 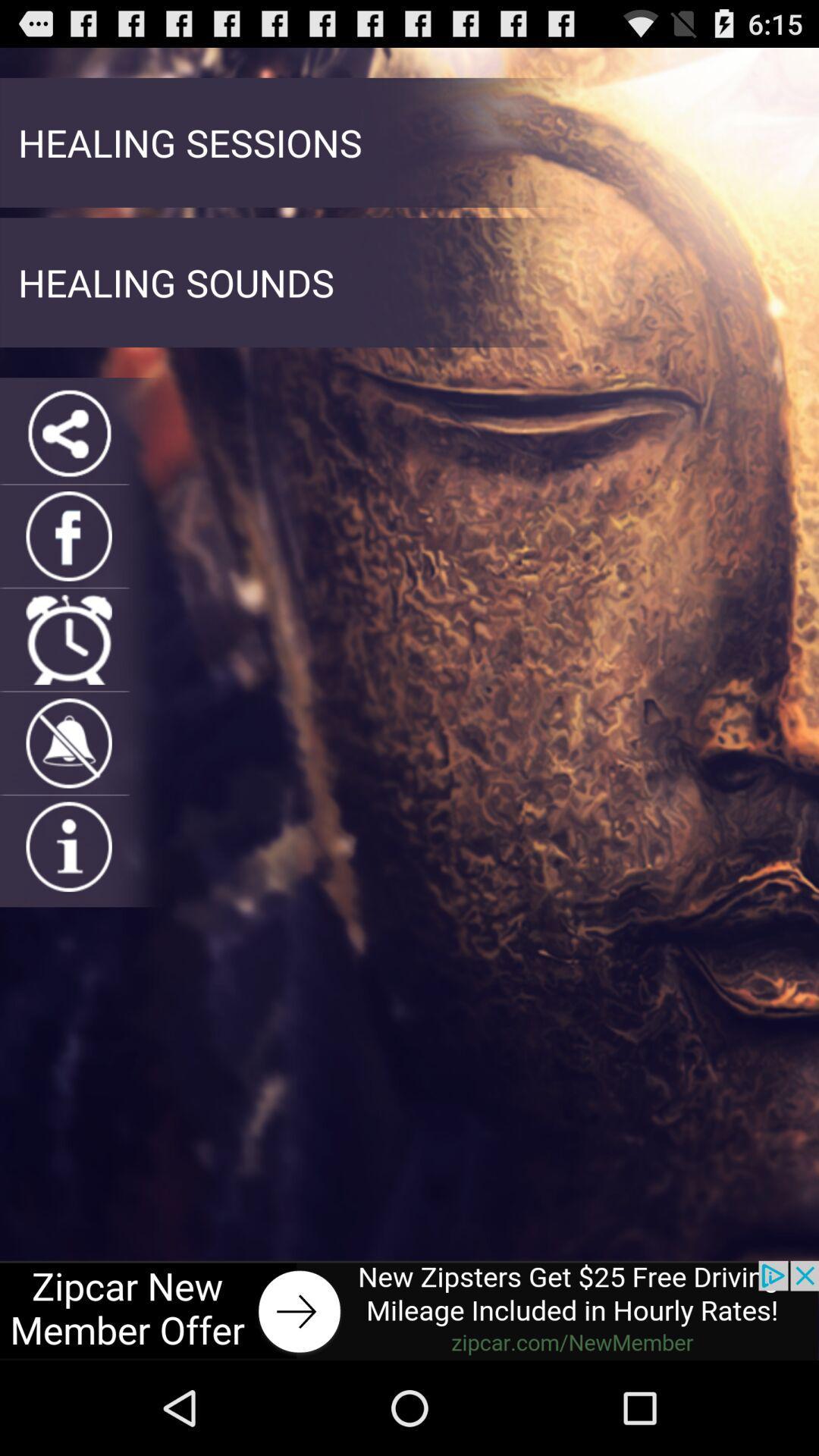 What do you see at coordinates (69, 536) in the screenshot?
I see `faebook` at bounding box center [69, 536].